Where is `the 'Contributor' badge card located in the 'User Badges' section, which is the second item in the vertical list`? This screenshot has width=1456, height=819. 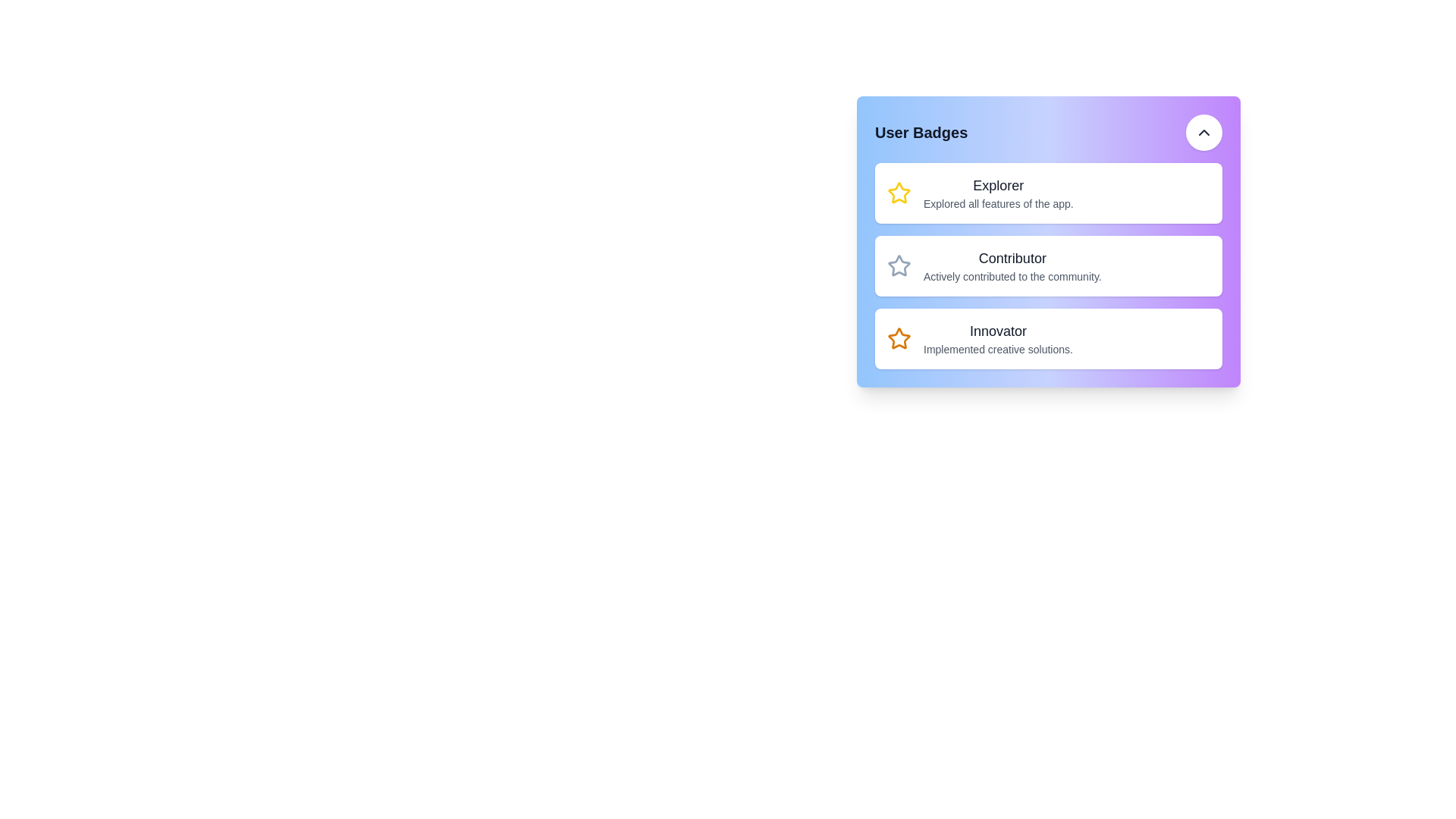 the 'Contributor' badge card located in the 'User Badges' section, which is the second item in the vertical list is located at coordinates (1047, 241).